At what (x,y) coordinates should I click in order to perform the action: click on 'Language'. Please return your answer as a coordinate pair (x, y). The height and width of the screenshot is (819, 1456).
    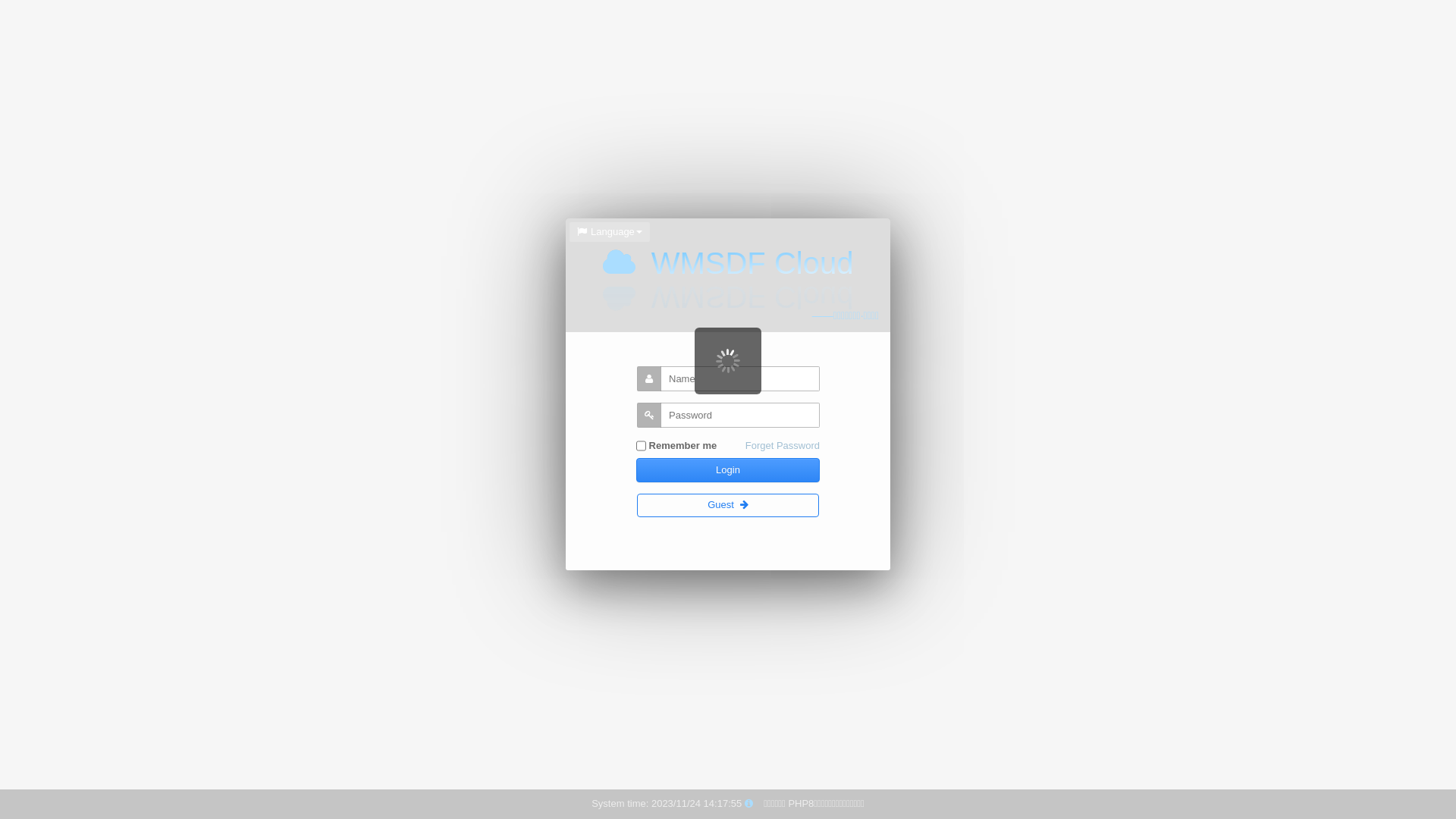
    Looking at the image, I should click on (610, 231).